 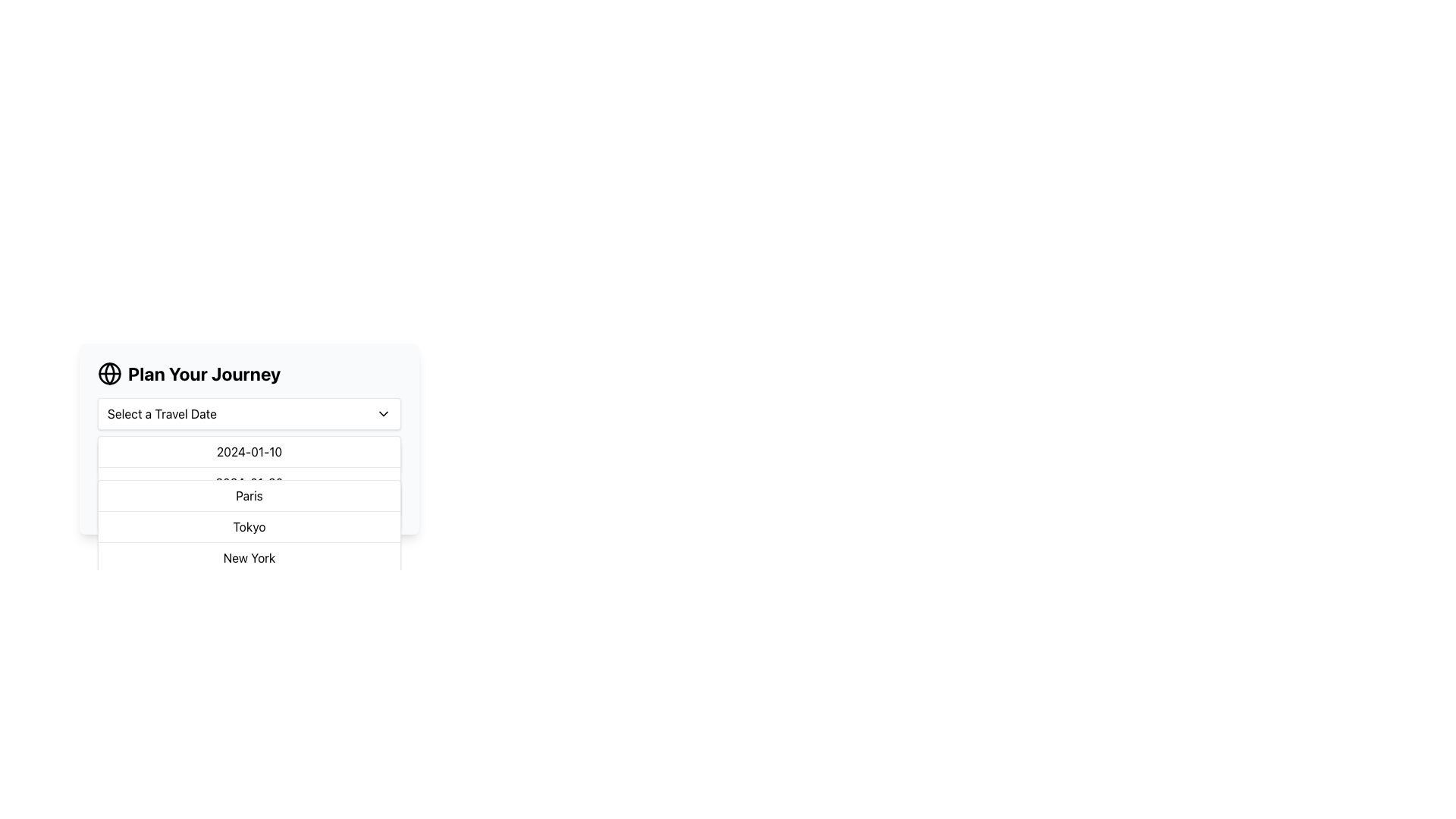 I want to click on the second item in the dropdown menu labeled 'Tokyo', so click(x=249, y=526).